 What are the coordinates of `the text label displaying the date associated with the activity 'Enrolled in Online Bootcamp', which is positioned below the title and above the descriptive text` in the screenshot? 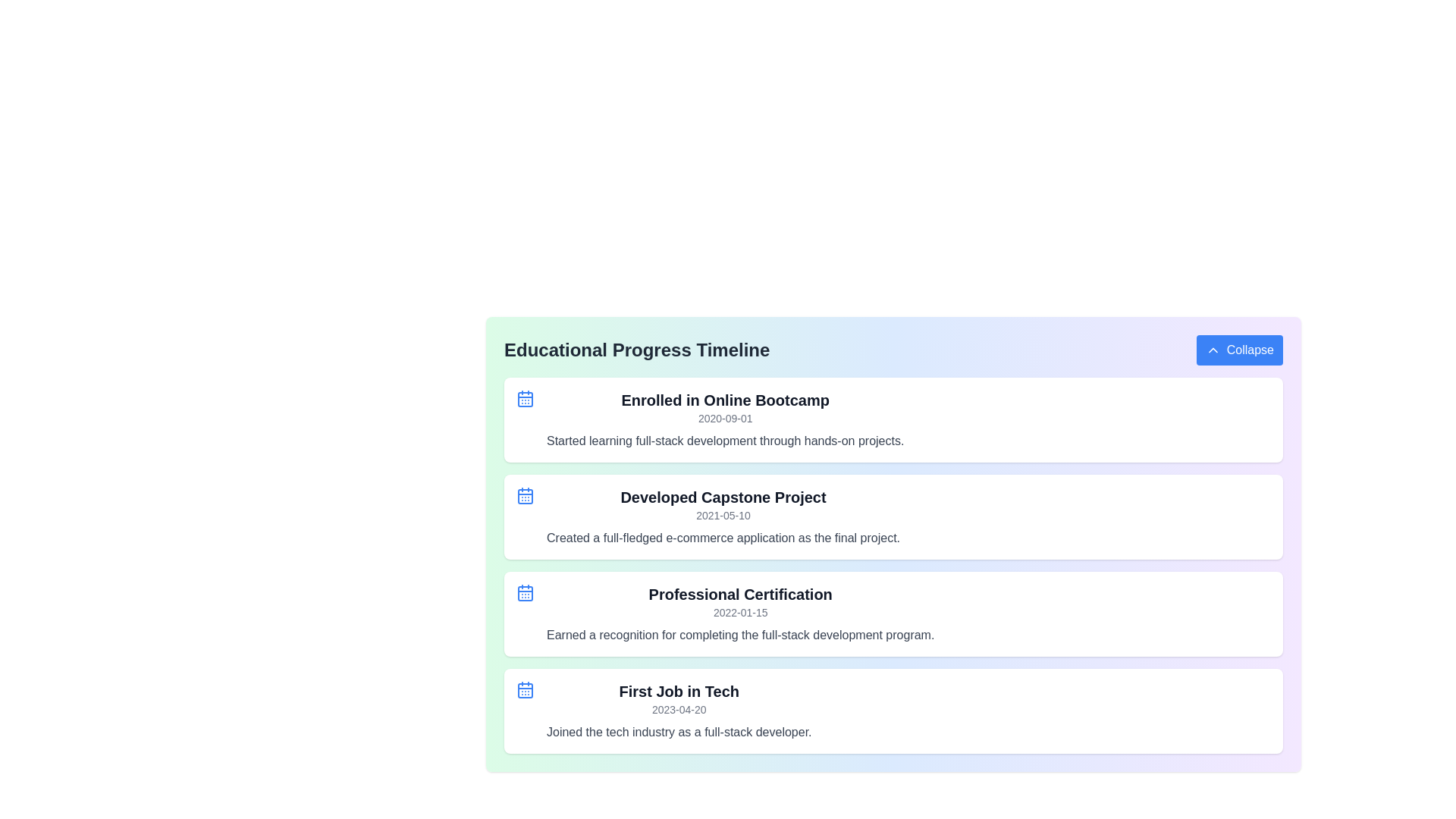 It's located at (724, 418).